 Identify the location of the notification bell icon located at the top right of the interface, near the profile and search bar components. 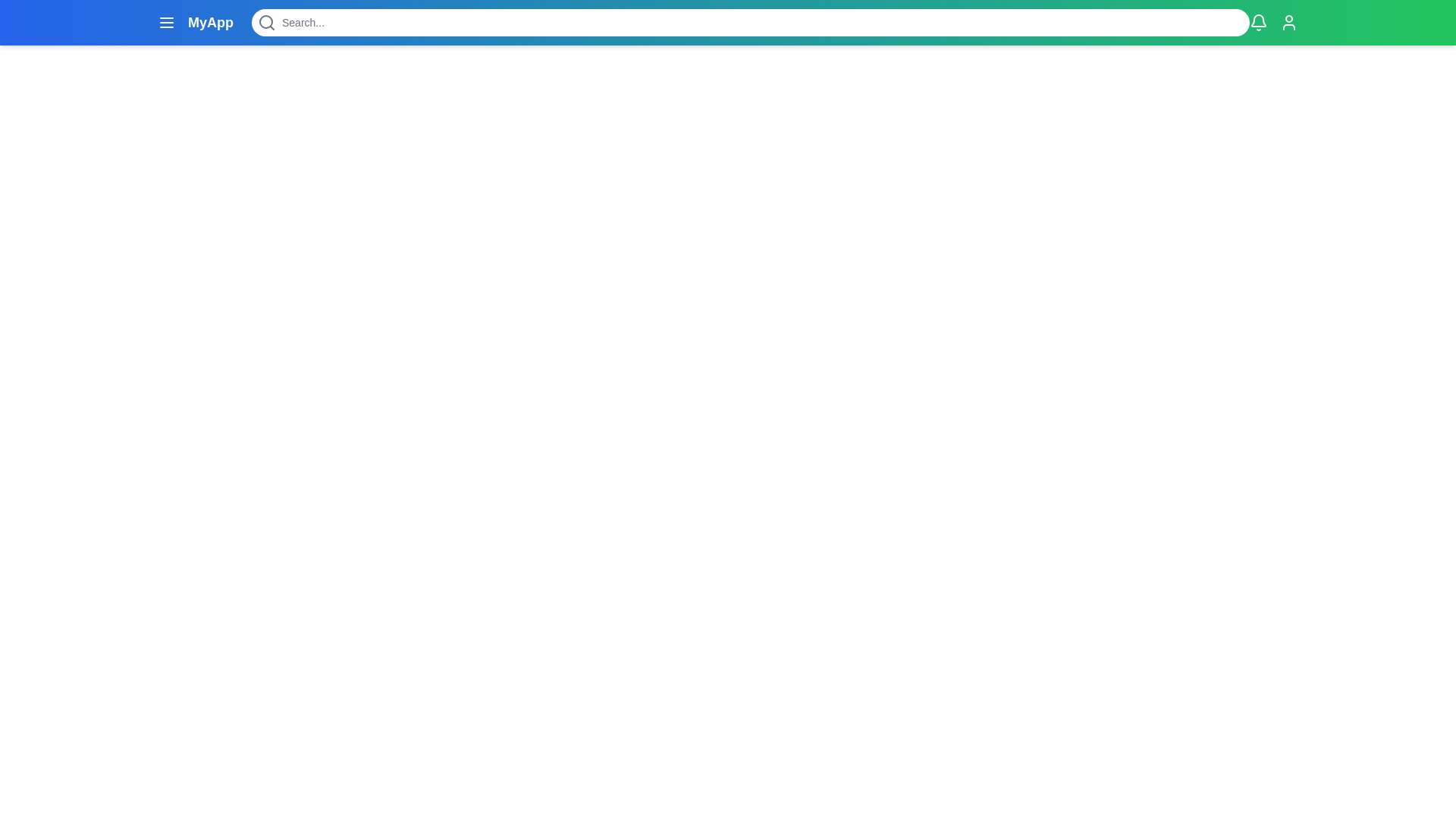
(1259, 20).